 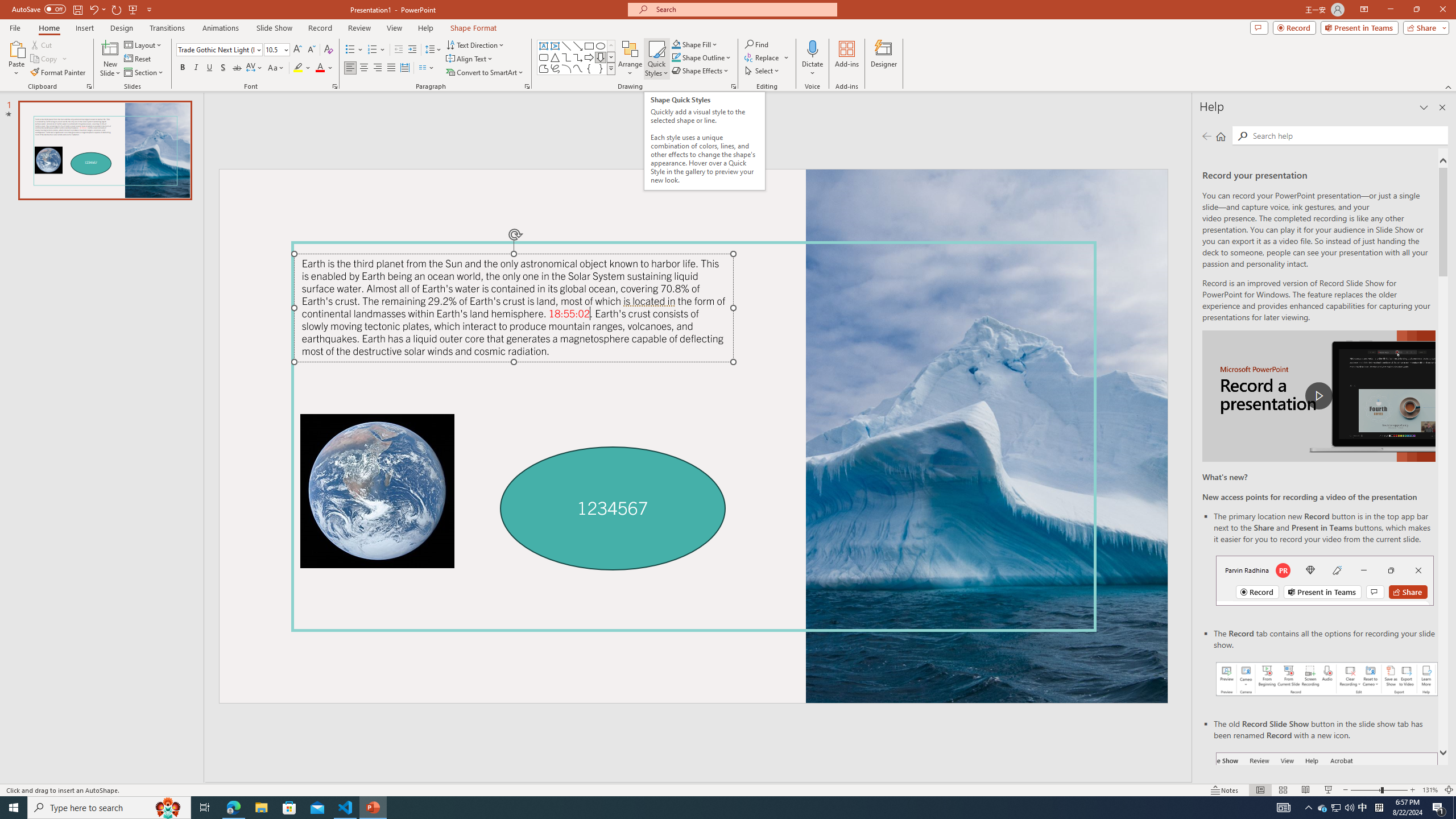 What do you see at coordinates (576, 57) in the screenshot?
I see `'AutomationID: ShapesInsertGallery'` at bounding box center [576, 57].